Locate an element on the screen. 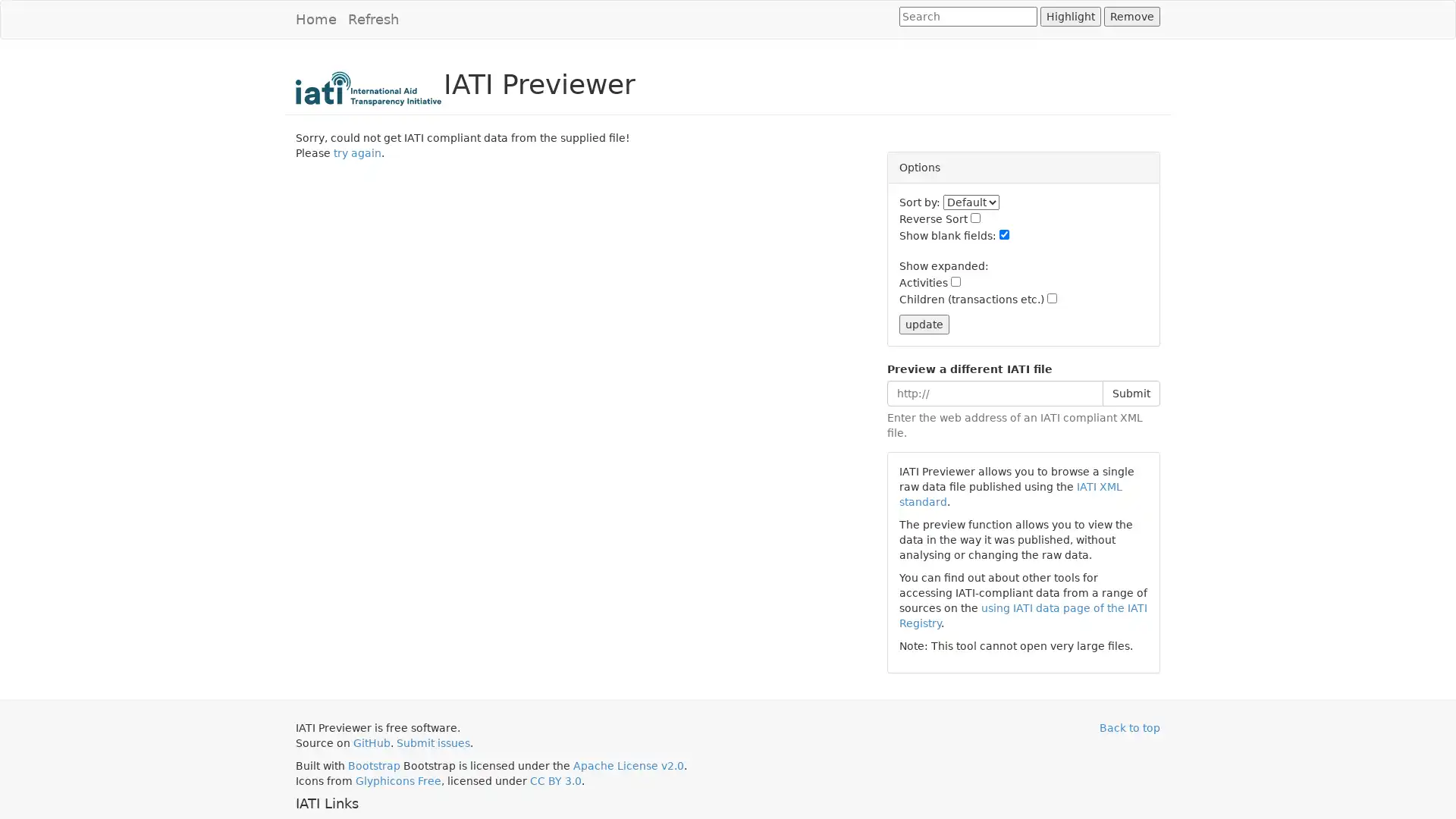 This screenshot has width=1456, height=819. Remove is located at coordinates (1131, 17).